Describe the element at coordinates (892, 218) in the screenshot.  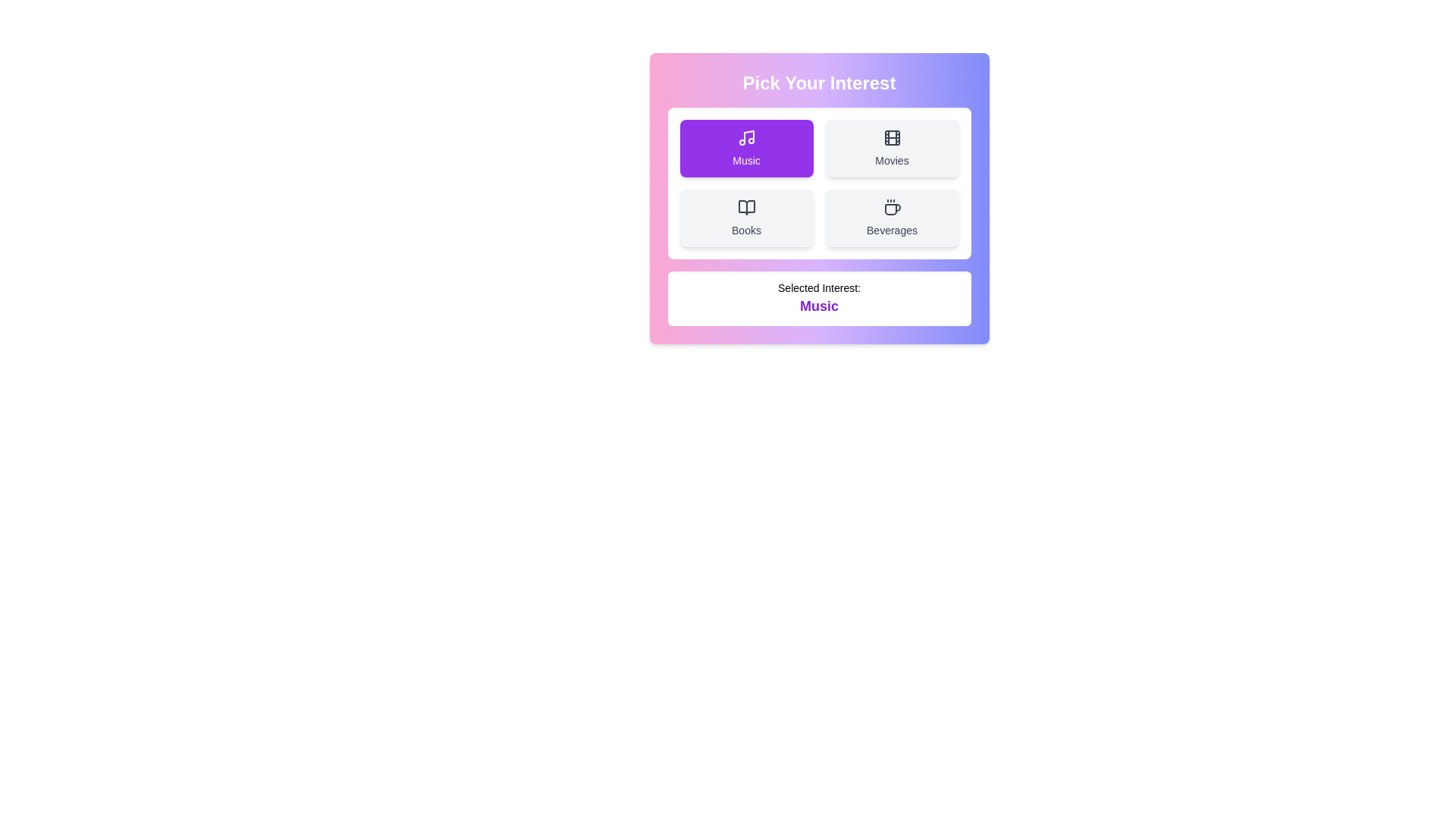
I see `the button corresponding to the interest Beverages` at that location.